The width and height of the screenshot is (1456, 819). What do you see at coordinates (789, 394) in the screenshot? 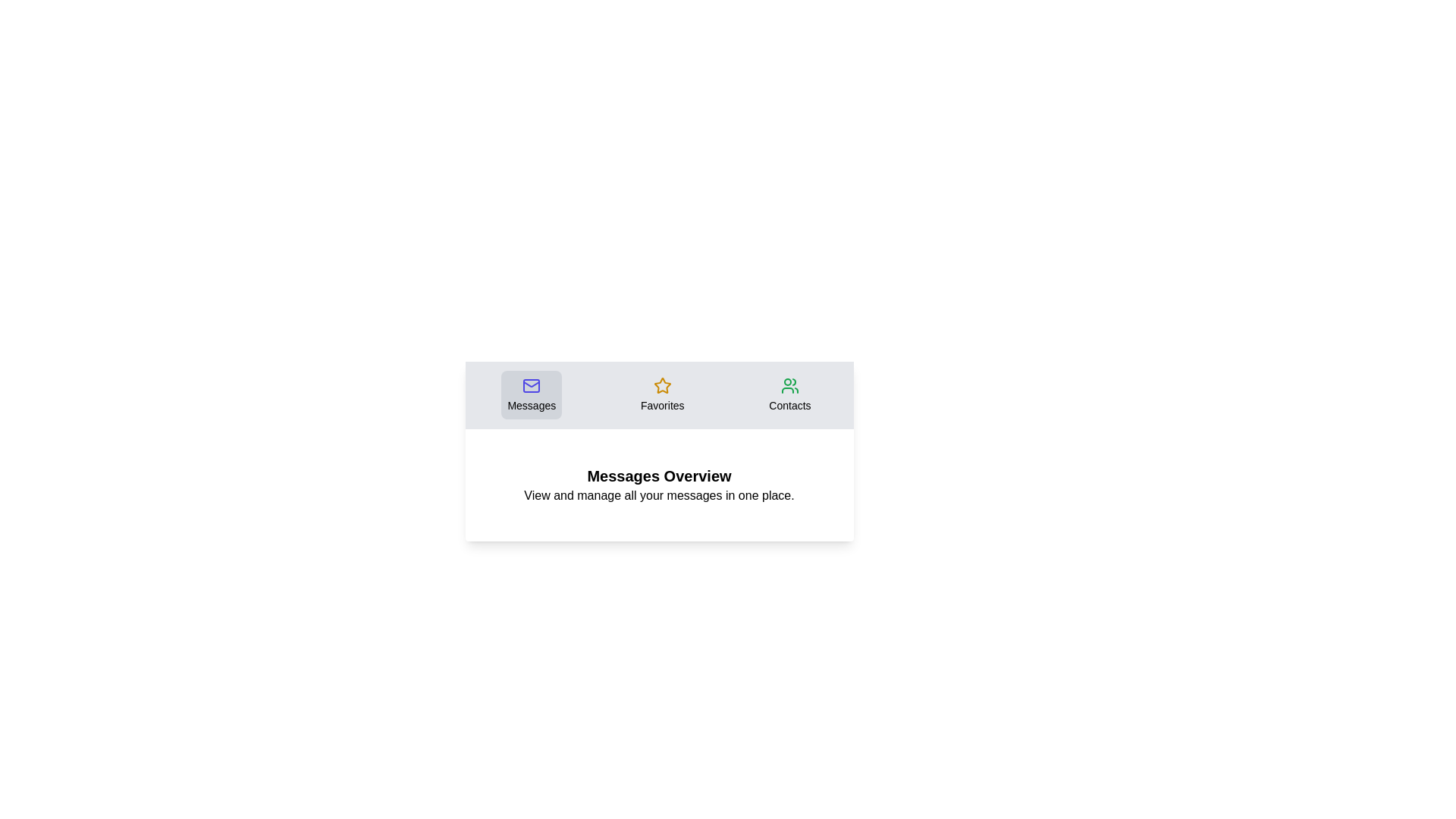
I see `the Contacts tab` at bounding box center [789, 394].